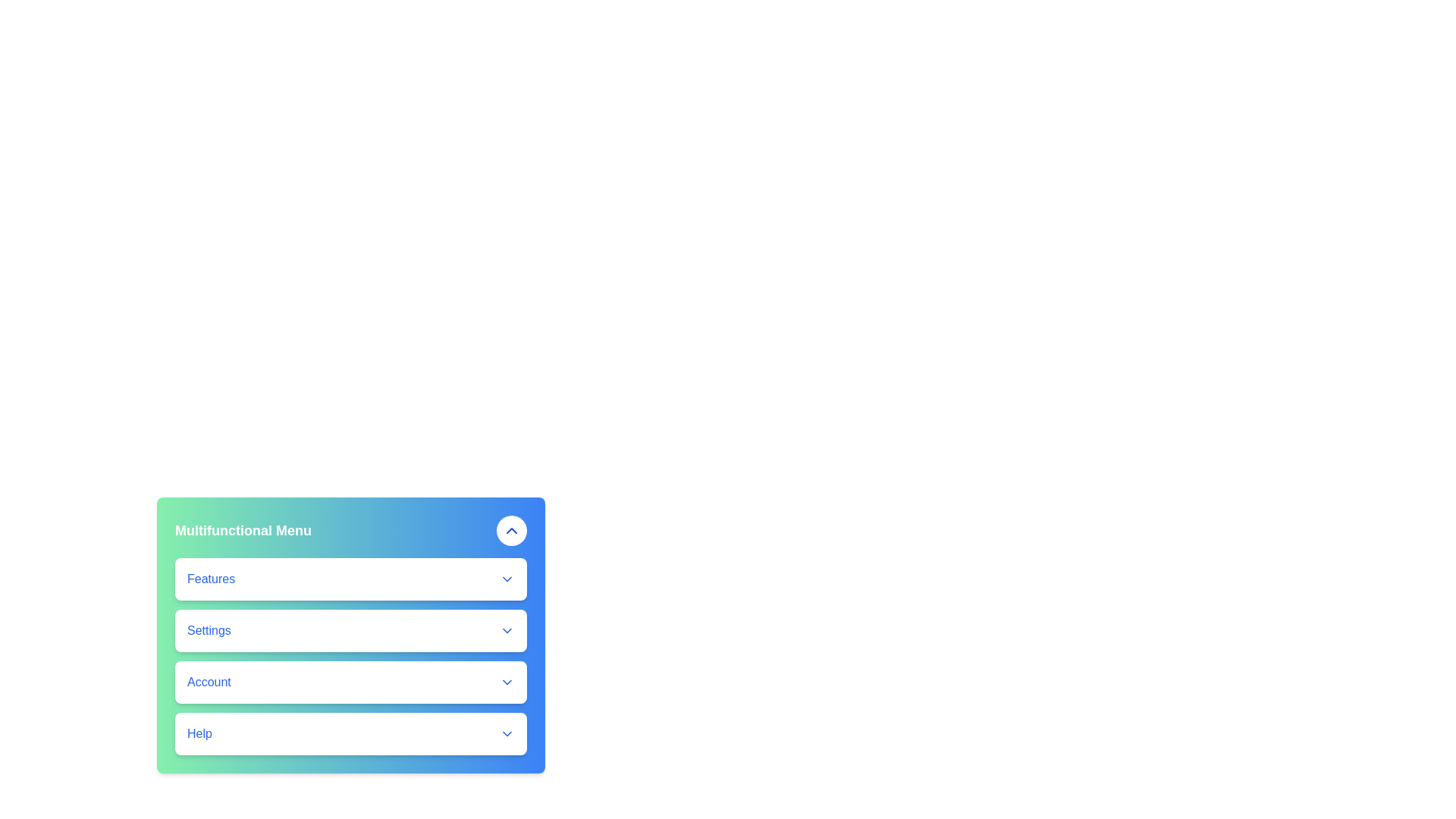  What do you see at coordinates (208, 631) in the screenshot?
I see `the Text label that serves as an identifier for the settings section, positioned between 'Features' and 'Account'` at bounding box center [208, 631].